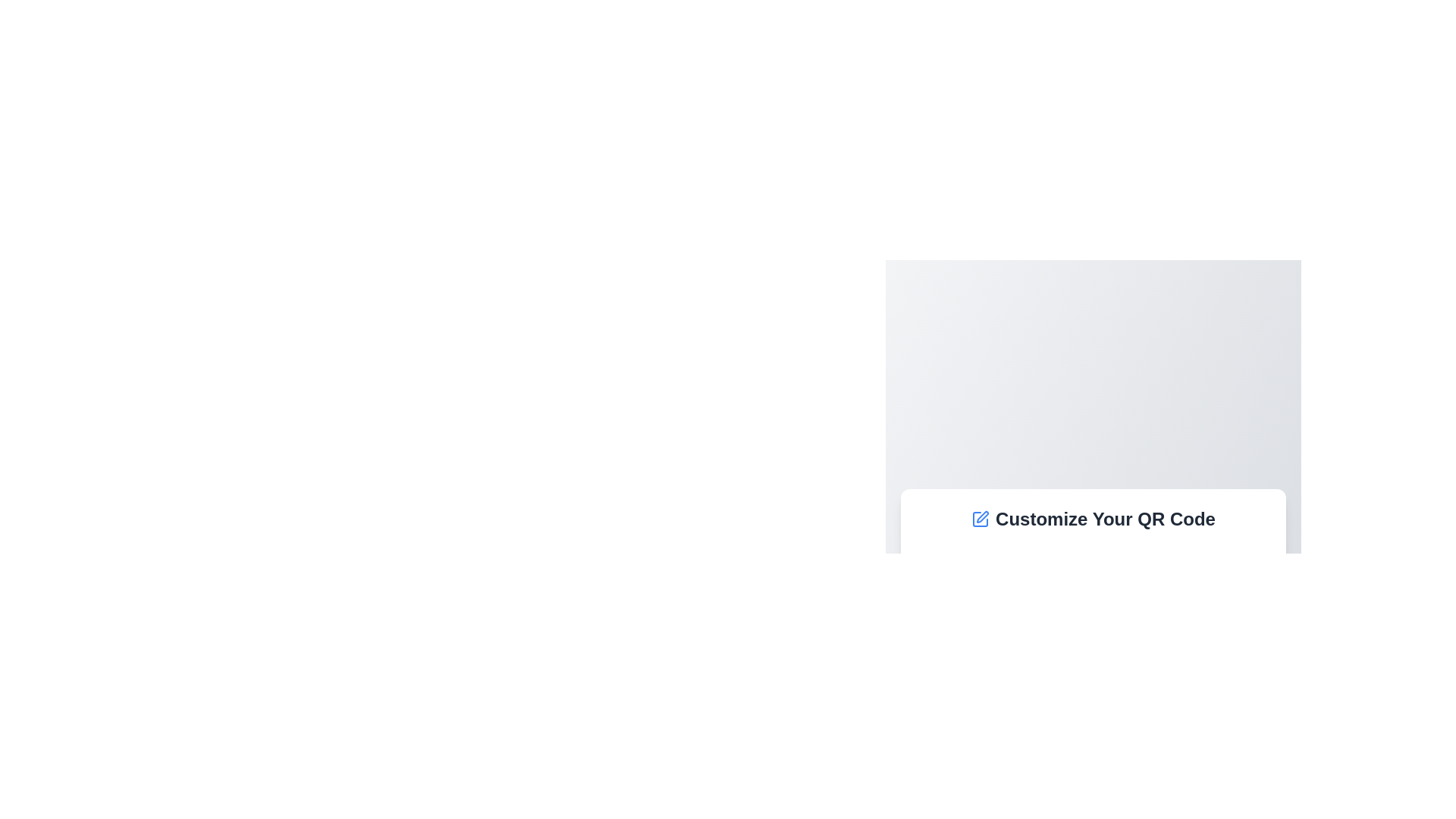  Describe the element at coordinates (981, 519) in the screenshot. I see `the icon located next to the text 'Customize Your QR Code'` at that location.